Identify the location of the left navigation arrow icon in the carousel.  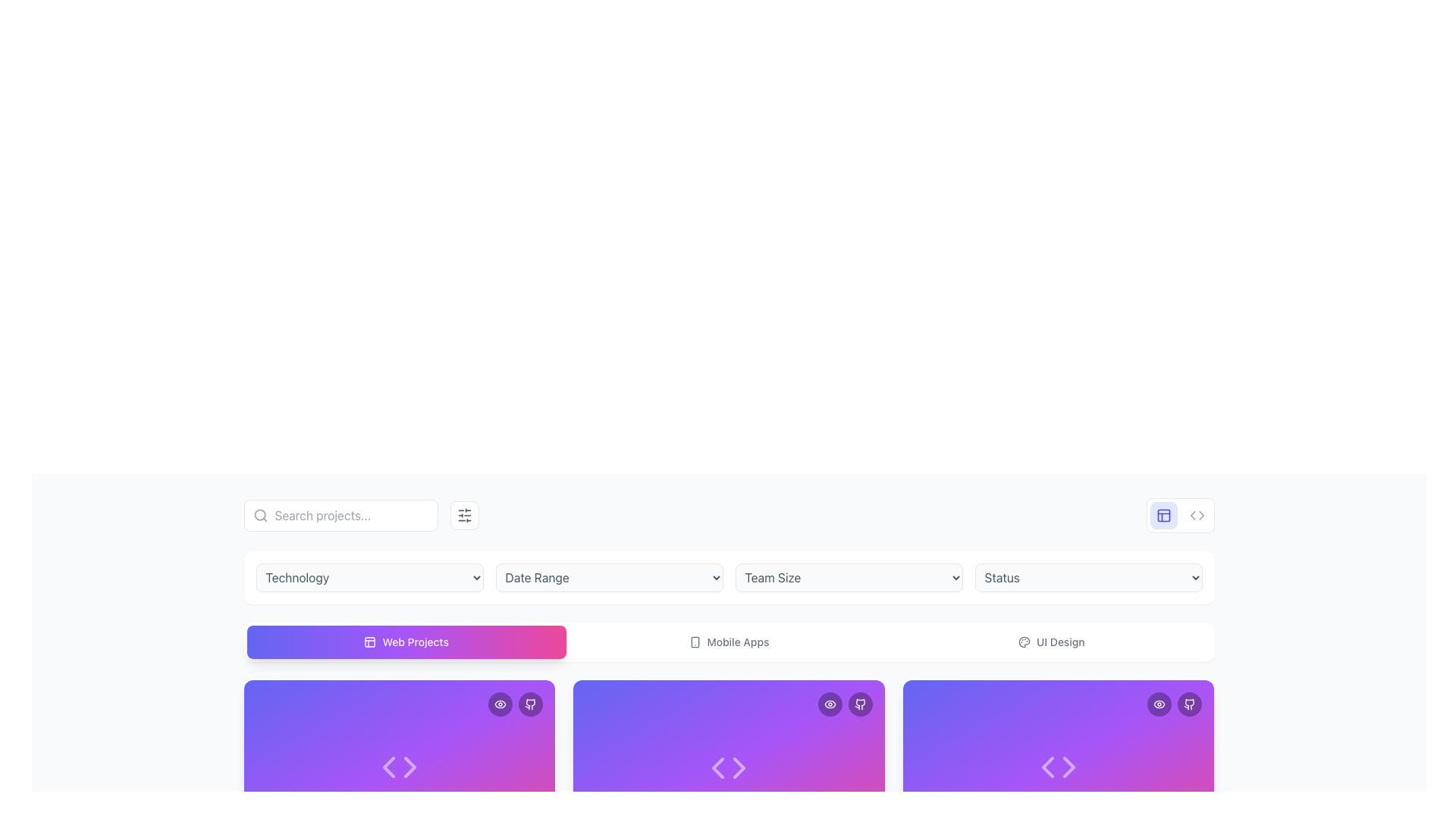
(717, 767).